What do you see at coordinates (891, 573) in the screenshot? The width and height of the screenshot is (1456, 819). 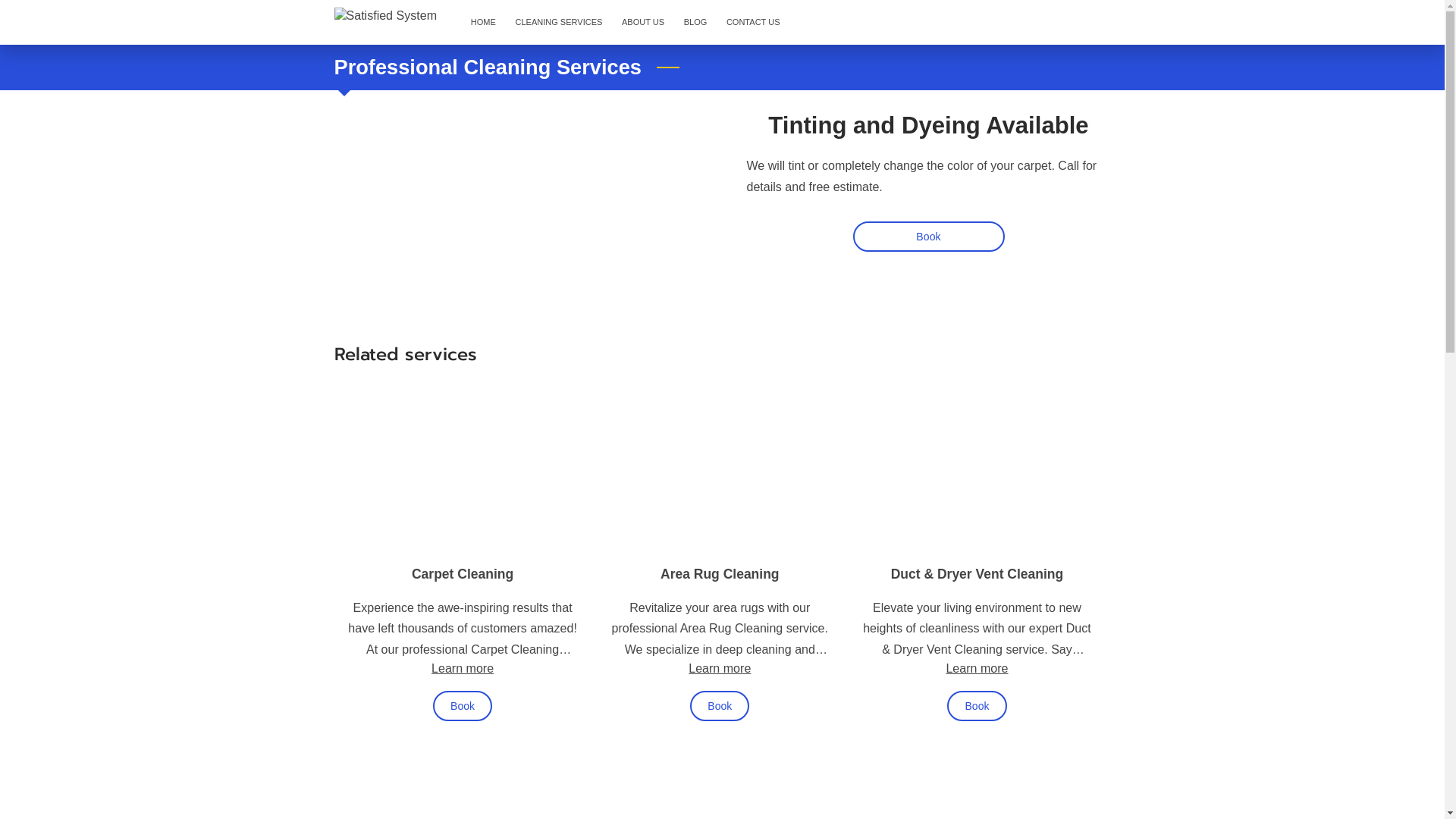 I see `'Duct & Dryer Vent Cleaning'` at bounding box center [891, 573].